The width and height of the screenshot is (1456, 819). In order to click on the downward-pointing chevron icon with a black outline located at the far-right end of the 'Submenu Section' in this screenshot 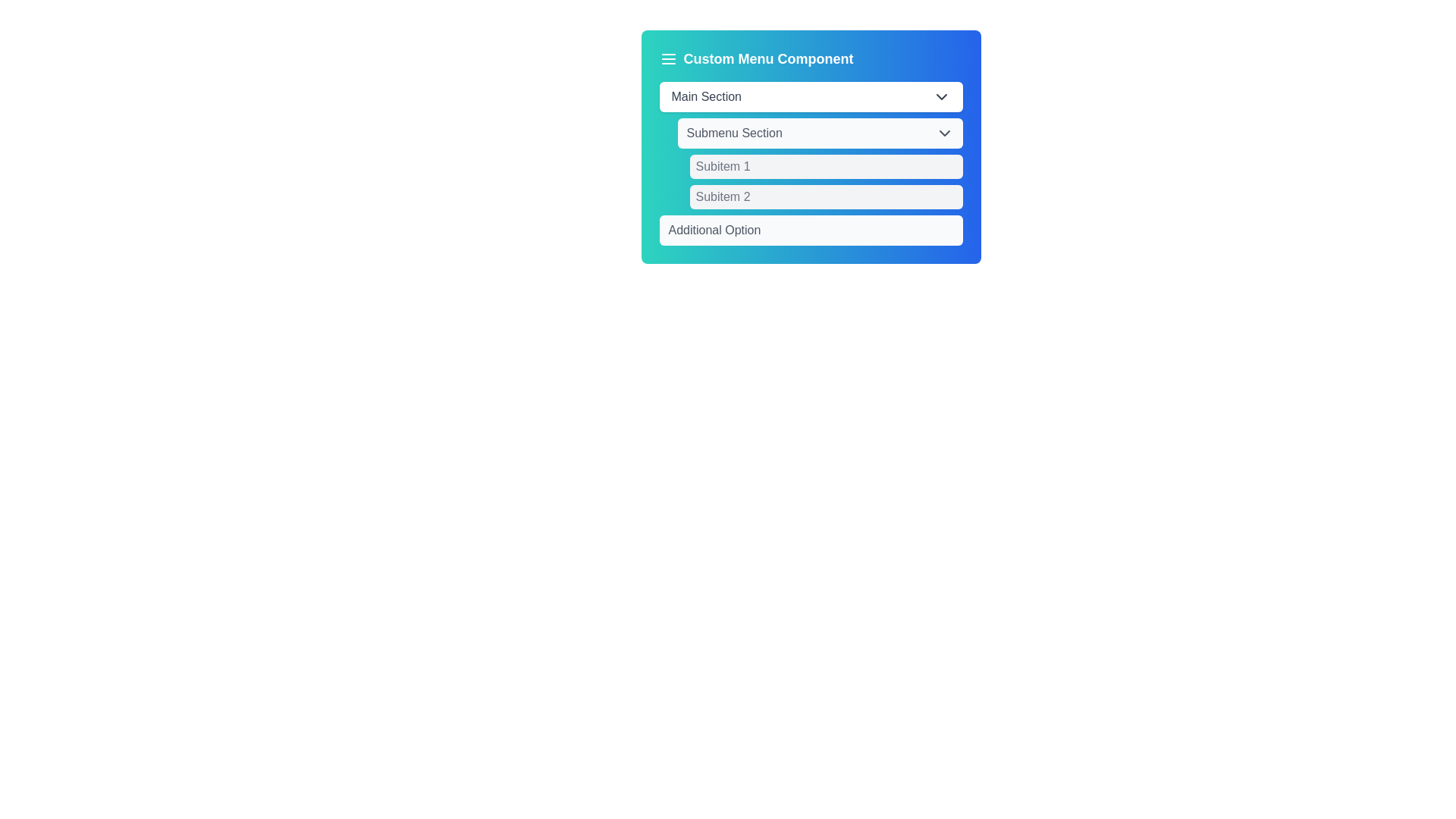, I will do `click(943, 133)`.